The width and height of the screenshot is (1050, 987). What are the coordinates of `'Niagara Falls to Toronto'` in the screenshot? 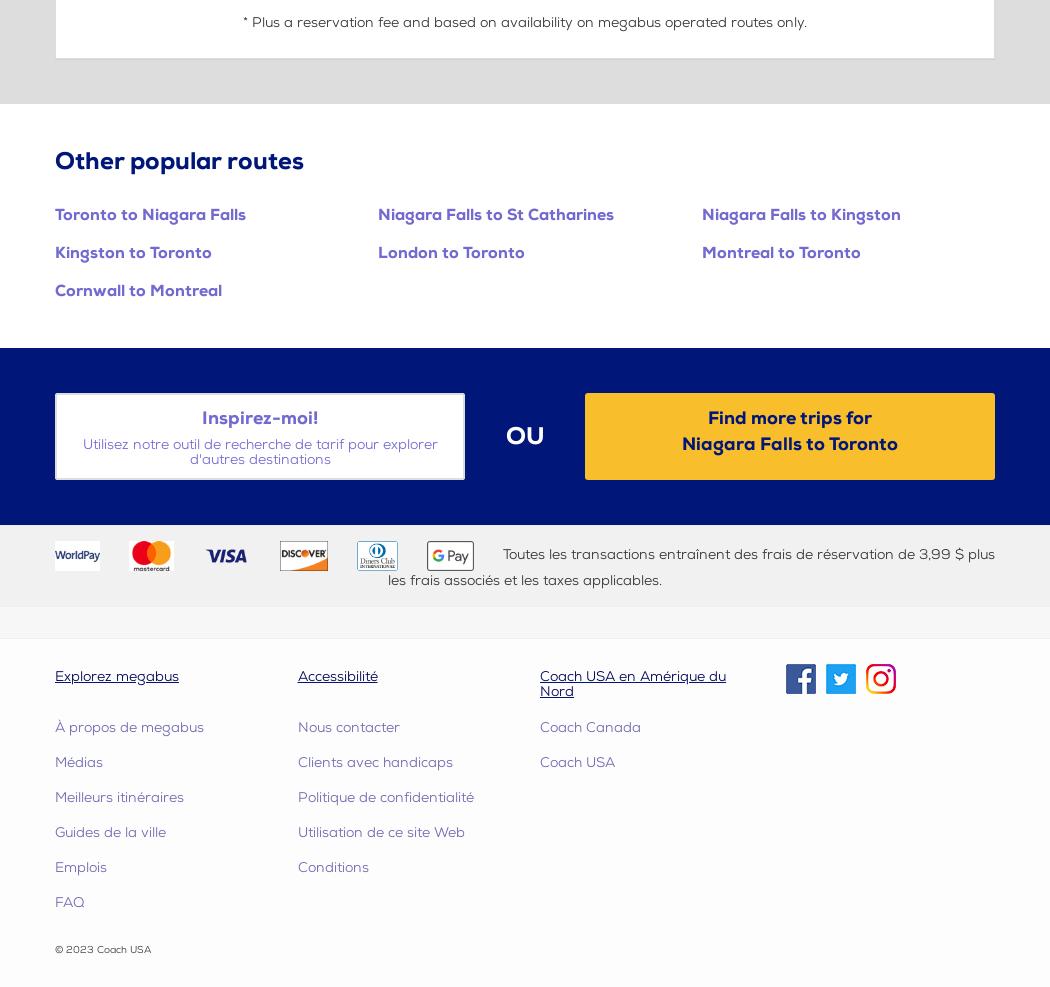 It's located at (789, 442).